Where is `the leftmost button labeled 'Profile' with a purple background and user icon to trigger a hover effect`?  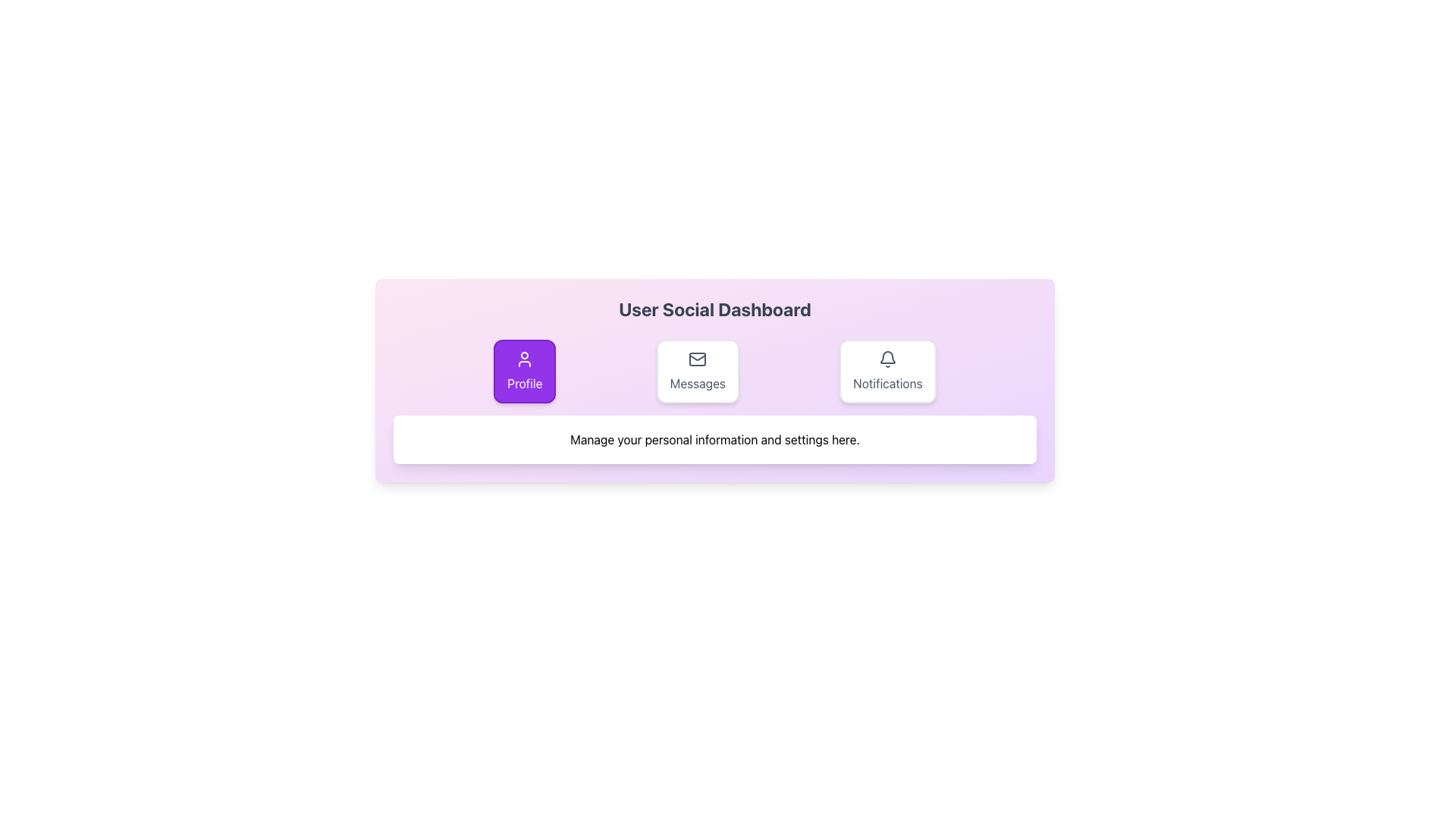
the leftmost button labeled 'Profile' with a purple background and user icon to trigger a hover effect is located at coordinates (525, 371).